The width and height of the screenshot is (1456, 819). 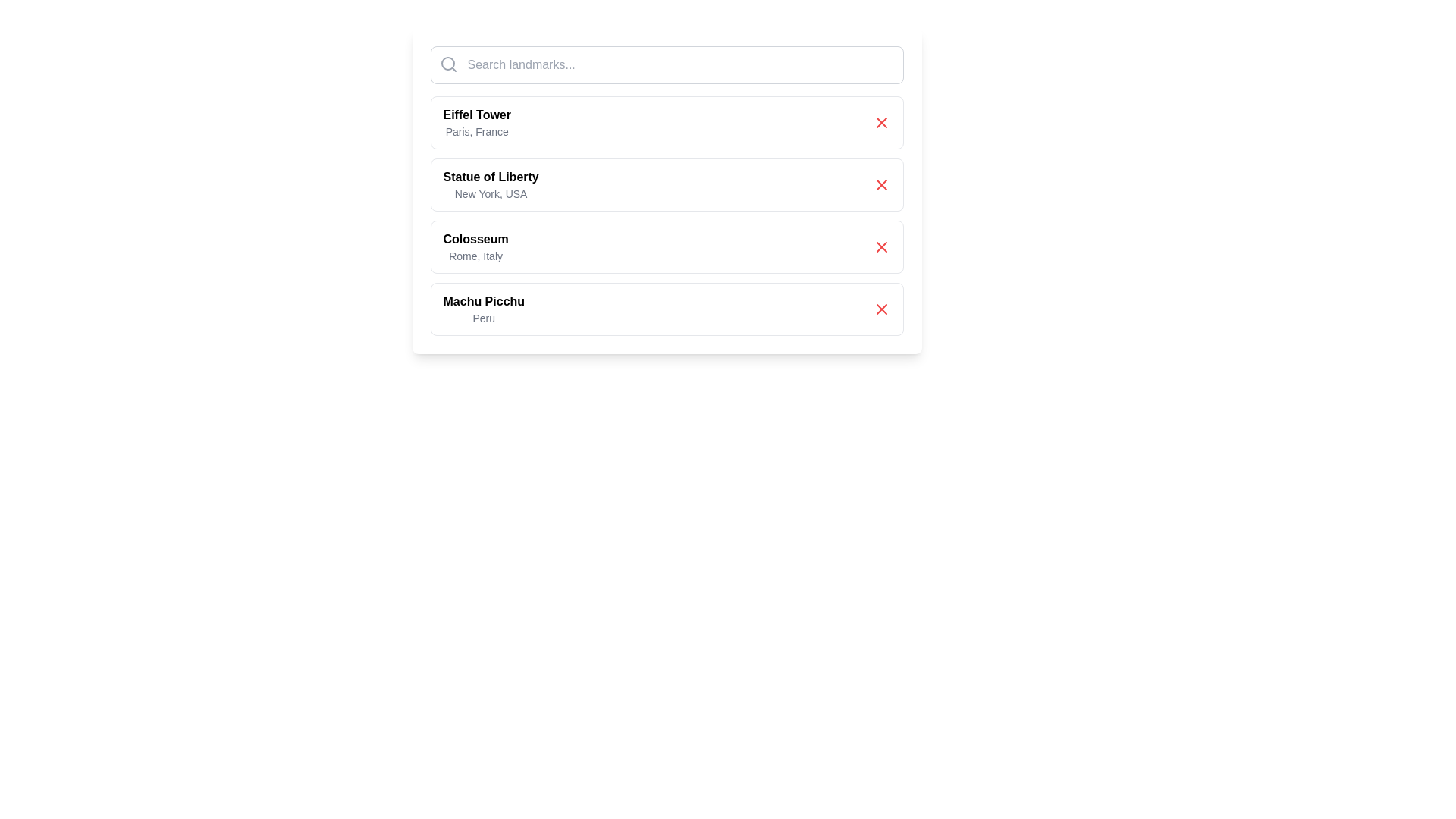 I want to click on the text label displaying 'New York, USA', which is styled in gray and positioned under the bold title 'Statue of Liberty', so click(x=491, y=193).